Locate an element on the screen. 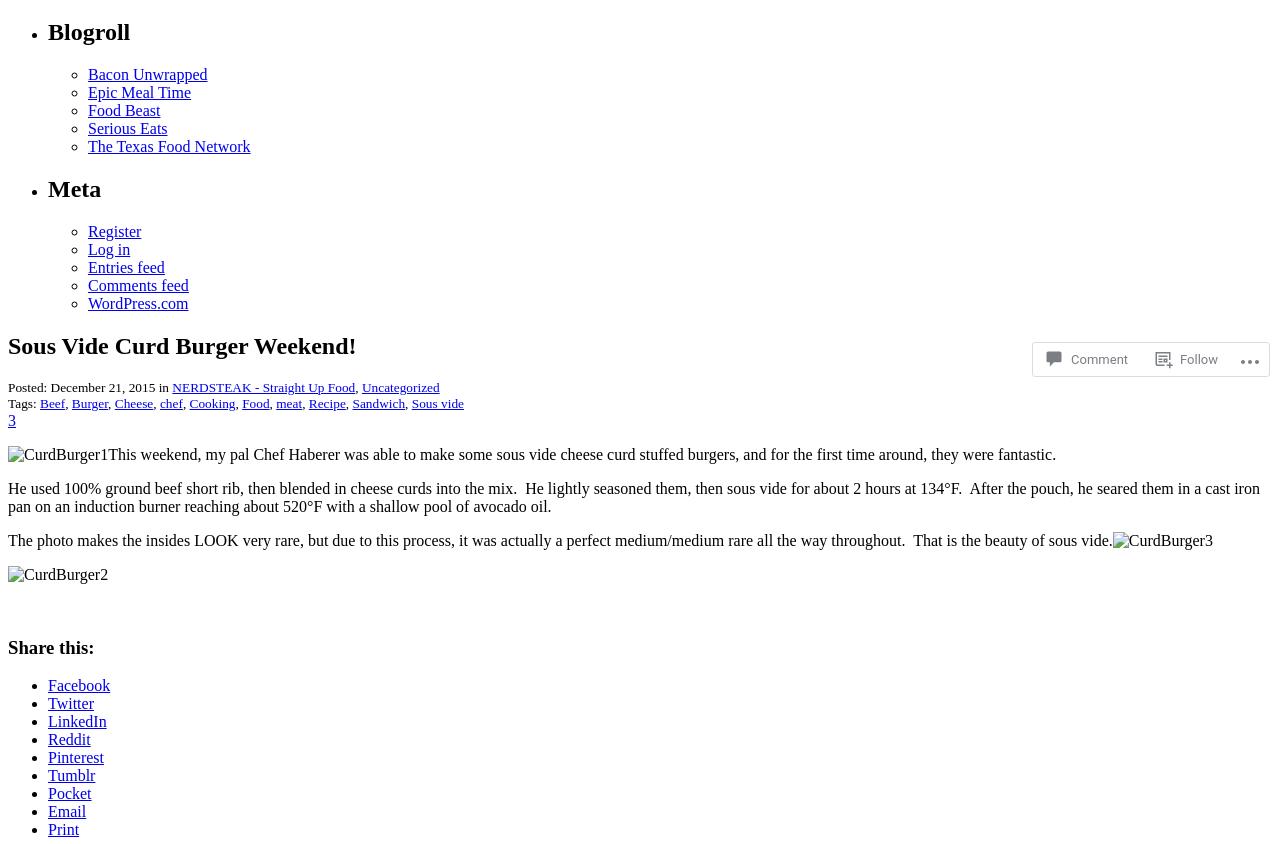 The width and height of the screenshot is (1280, 844). 'Email' is located at coordinates (66, 811).